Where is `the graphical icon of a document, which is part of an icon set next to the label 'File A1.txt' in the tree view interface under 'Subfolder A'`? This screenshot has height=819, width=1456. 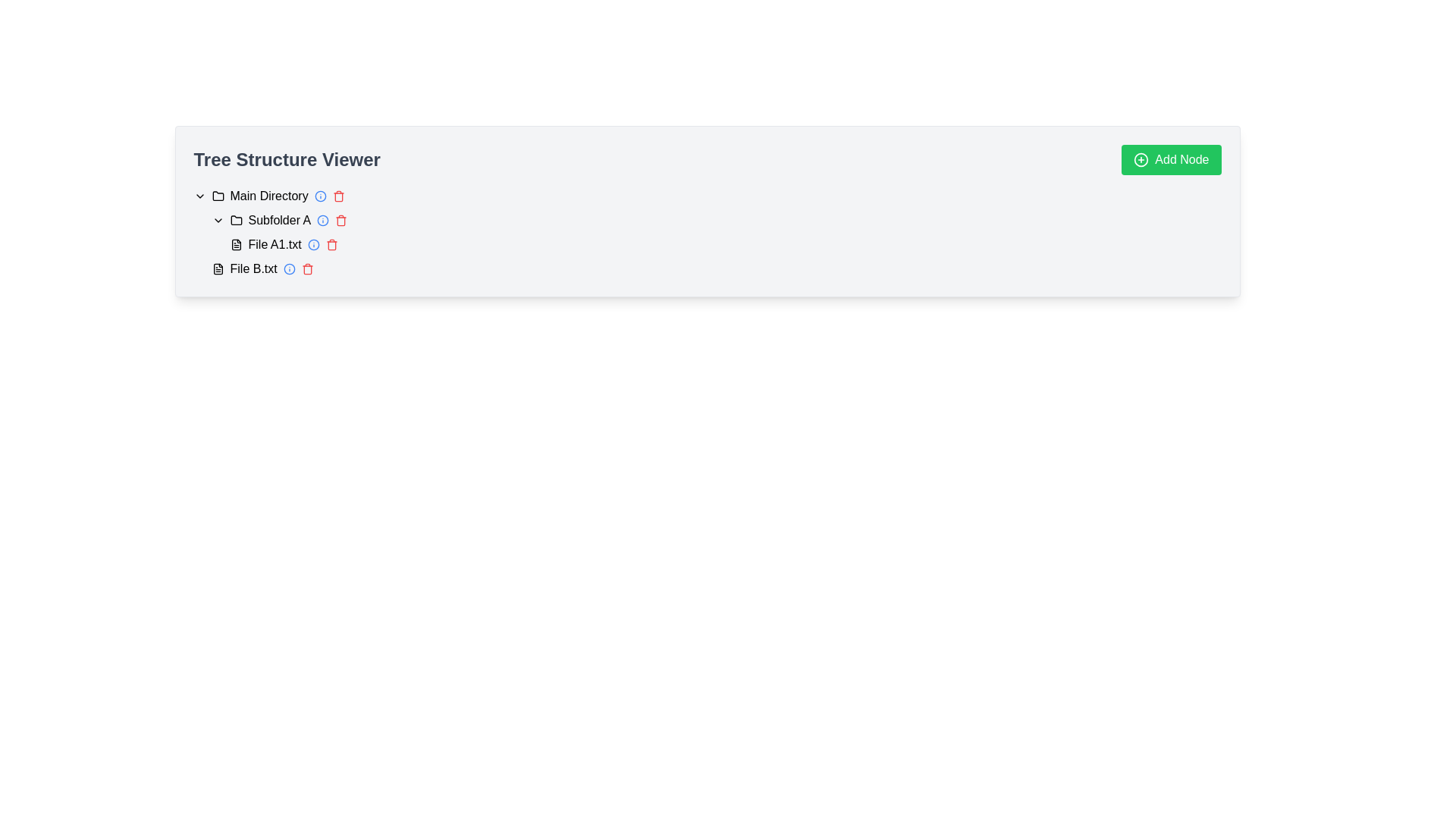
the graphical icon of a document, which is part of an icon set next to the label 'File A1.txt' in the tree view interface under 'Subfolder A' is located at coordinates (235, 244).